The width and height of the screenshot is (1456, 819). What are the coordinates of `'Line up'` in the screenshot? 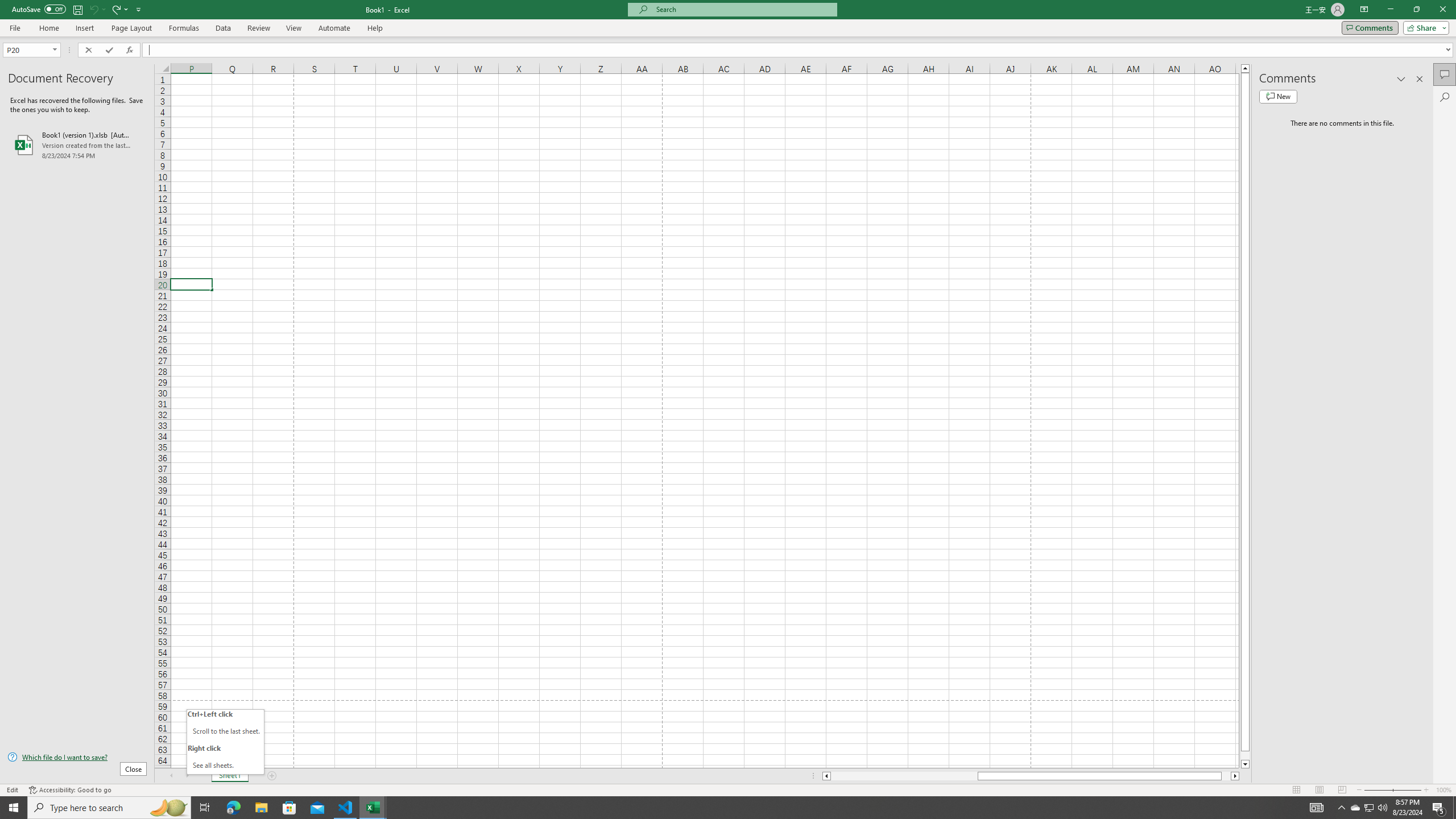 It's located at (1245, 67).